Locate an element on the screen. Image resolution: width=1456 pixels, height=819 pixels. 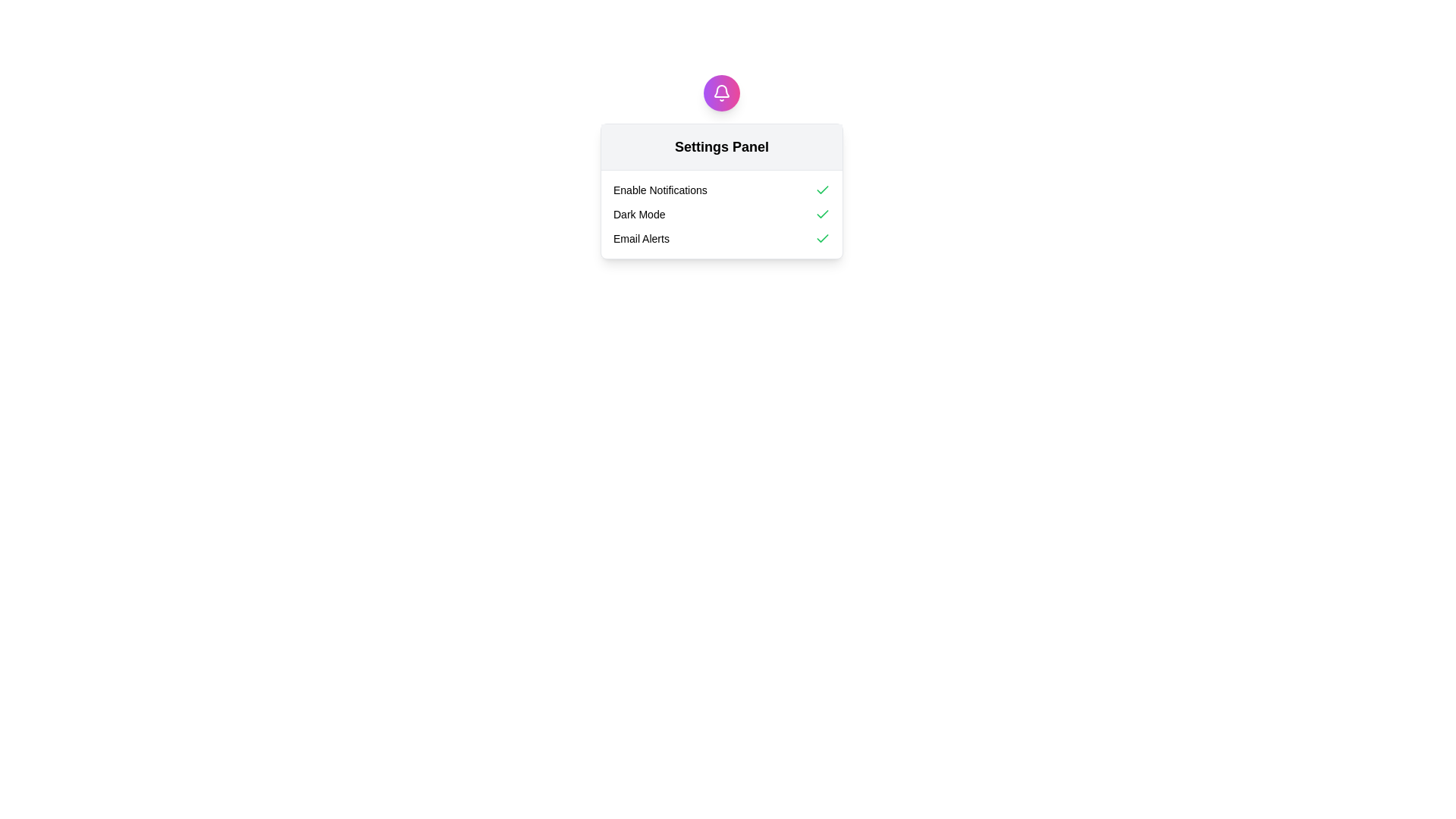
the notification bell icon, which is represented by a pink gradient SVG element located above the 'Settings Panel' heading is located at coordinates (720, 91).